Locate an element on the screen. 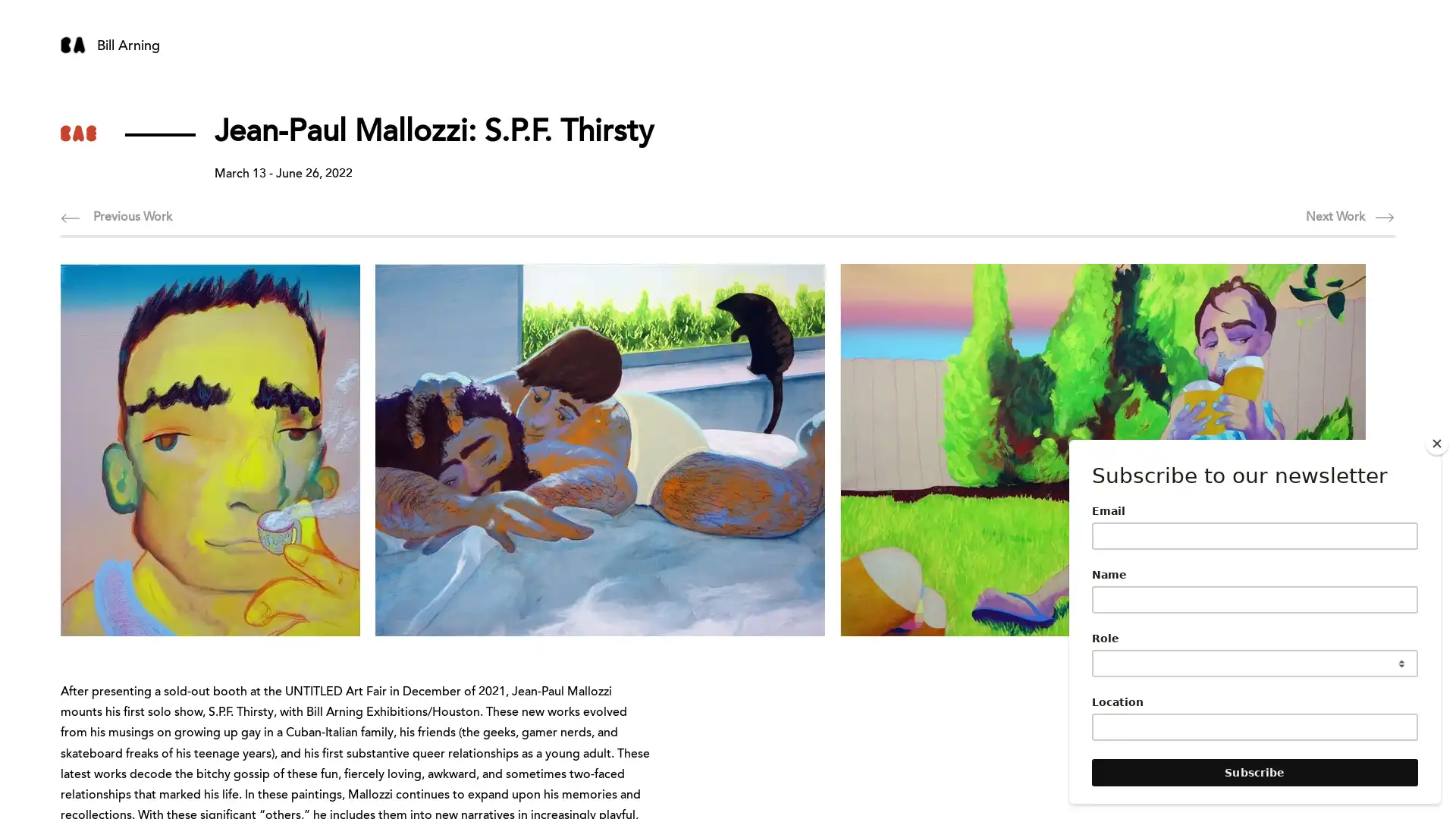 This screenshot has width=1456, height=819. Mallozzi,JP(WorkOnYoutBase).jpg is located at coordinates (1103, 449).